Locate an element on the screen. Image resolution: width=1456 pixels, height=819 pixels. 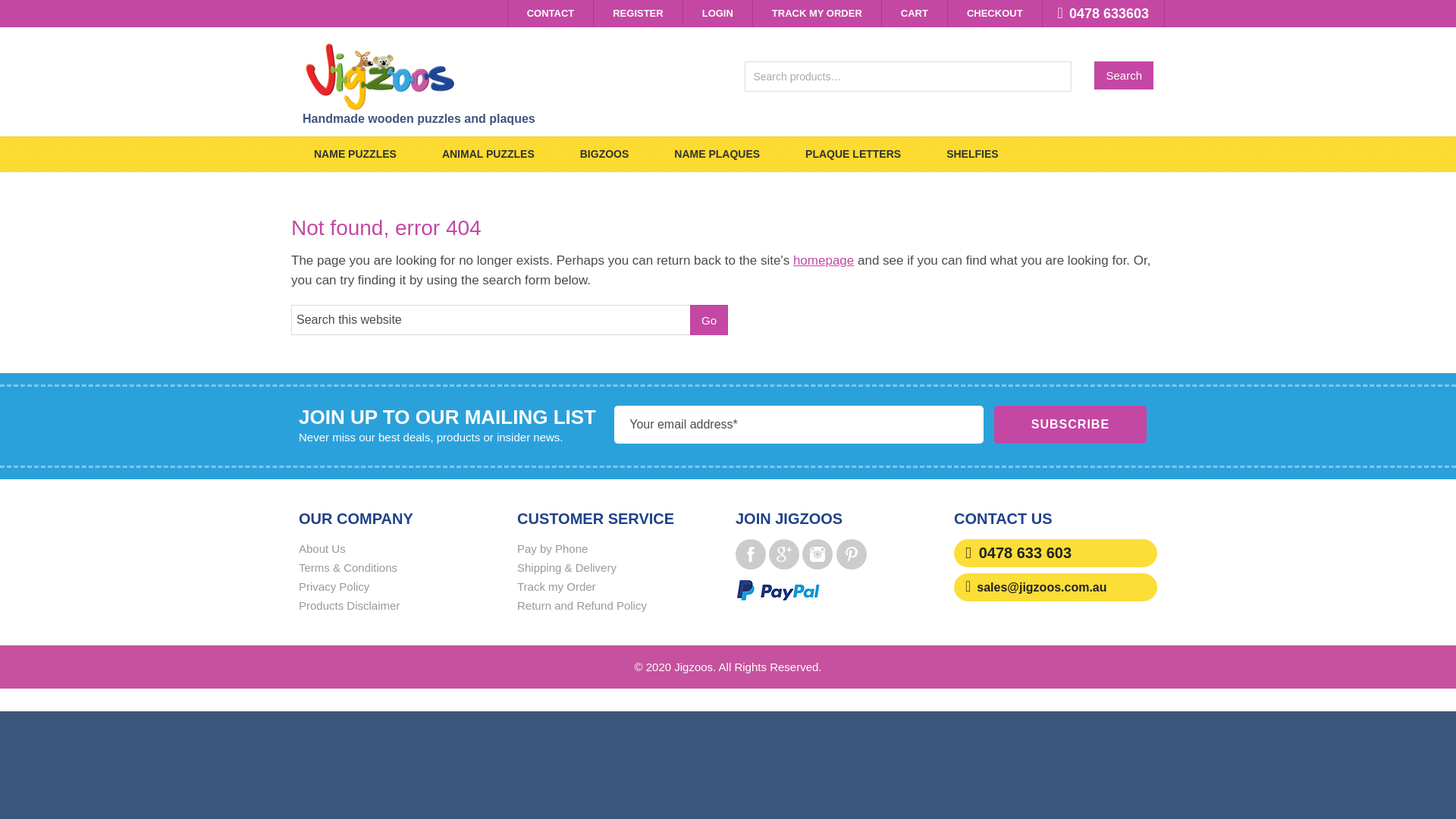
'homepage' is located at coordinates (822, 259).